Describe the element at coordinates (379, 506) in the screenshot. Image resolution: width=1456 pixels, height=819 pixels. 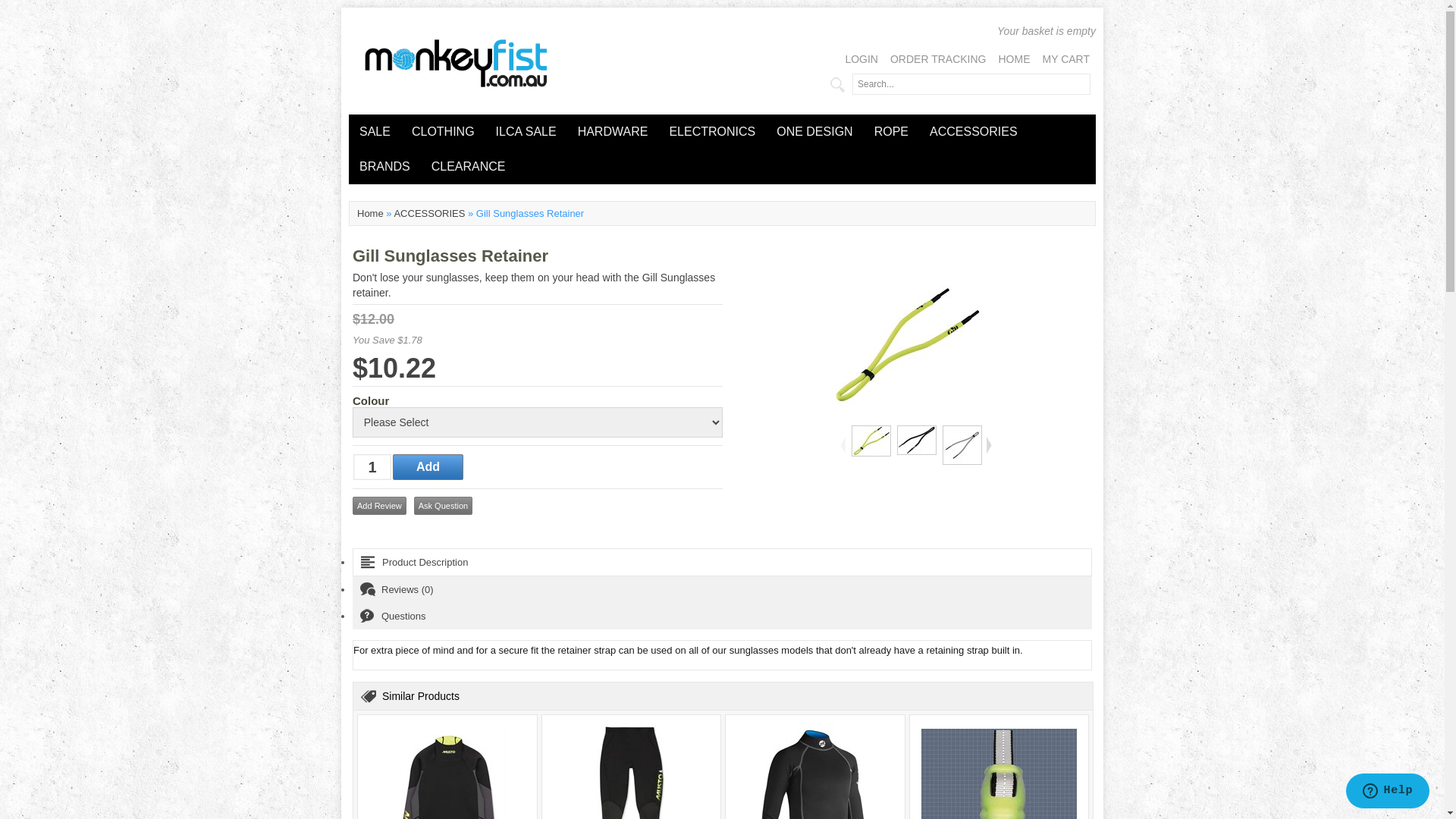
I see `'Add Review'` at that location.